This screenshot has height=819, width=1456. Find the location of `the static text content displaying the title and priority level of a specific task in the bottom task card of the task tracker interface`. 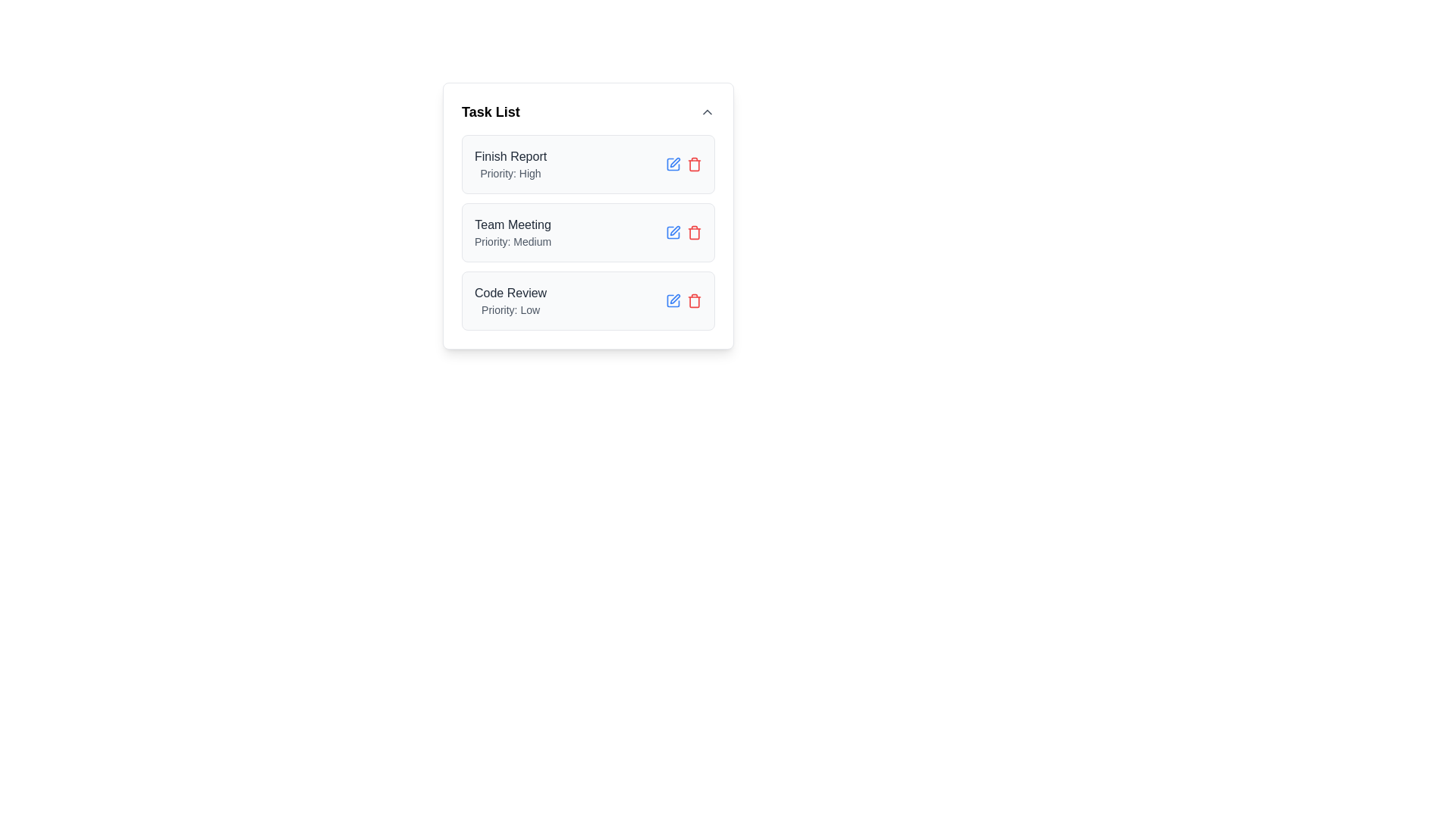

the static text content displaying the title and priority level of a specific task in the bottom task card of the task tracker interface is located at coordinates (510, 301).